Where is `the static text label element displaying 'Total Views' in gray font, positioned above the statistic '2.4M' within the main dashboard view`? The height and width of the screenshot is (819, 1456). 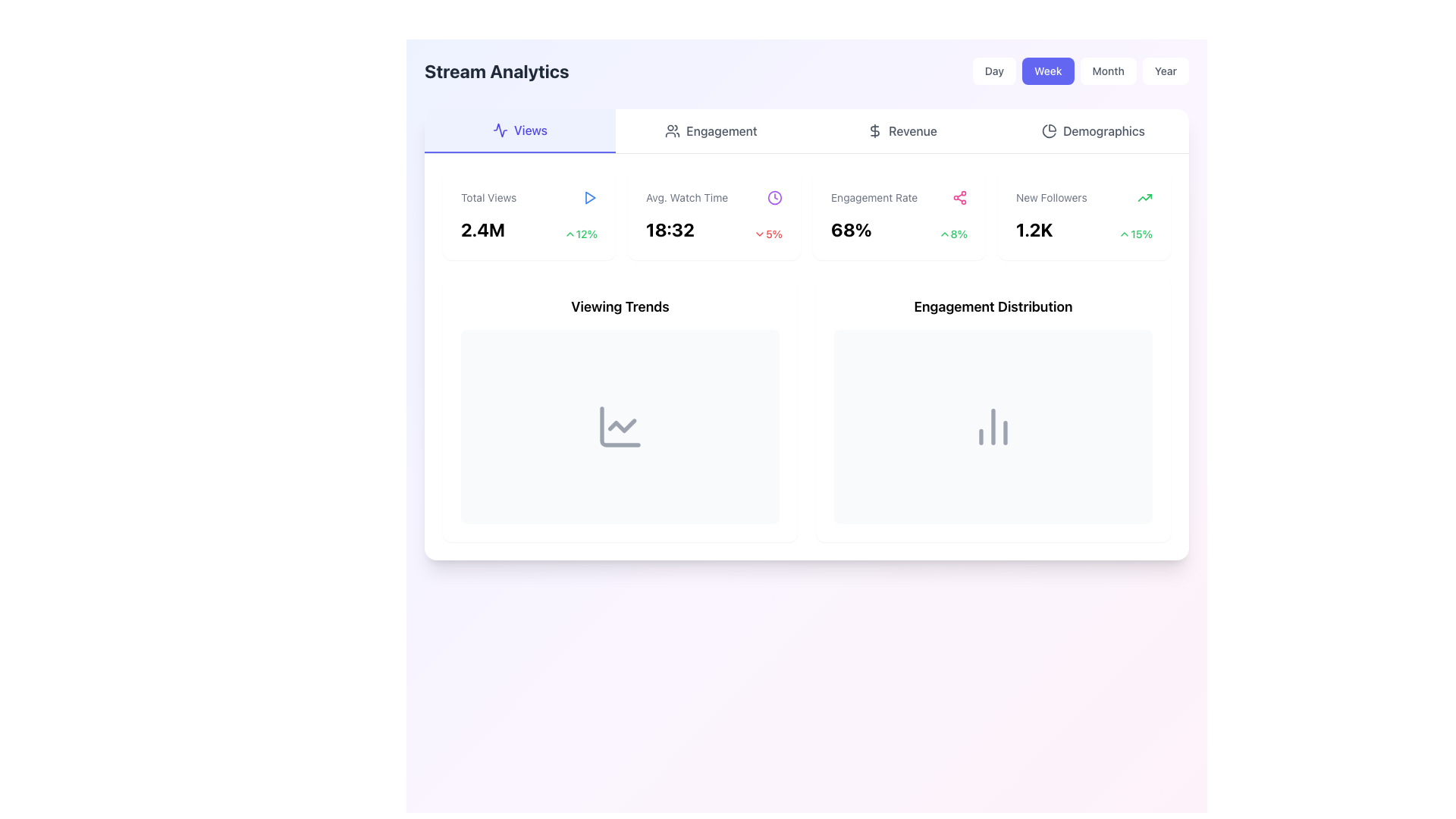 the static text label element displaying 'Total Views' in gray font, positioned above the statistic '2.4M' within the main dashboard view is located at coordinates (488, 197).